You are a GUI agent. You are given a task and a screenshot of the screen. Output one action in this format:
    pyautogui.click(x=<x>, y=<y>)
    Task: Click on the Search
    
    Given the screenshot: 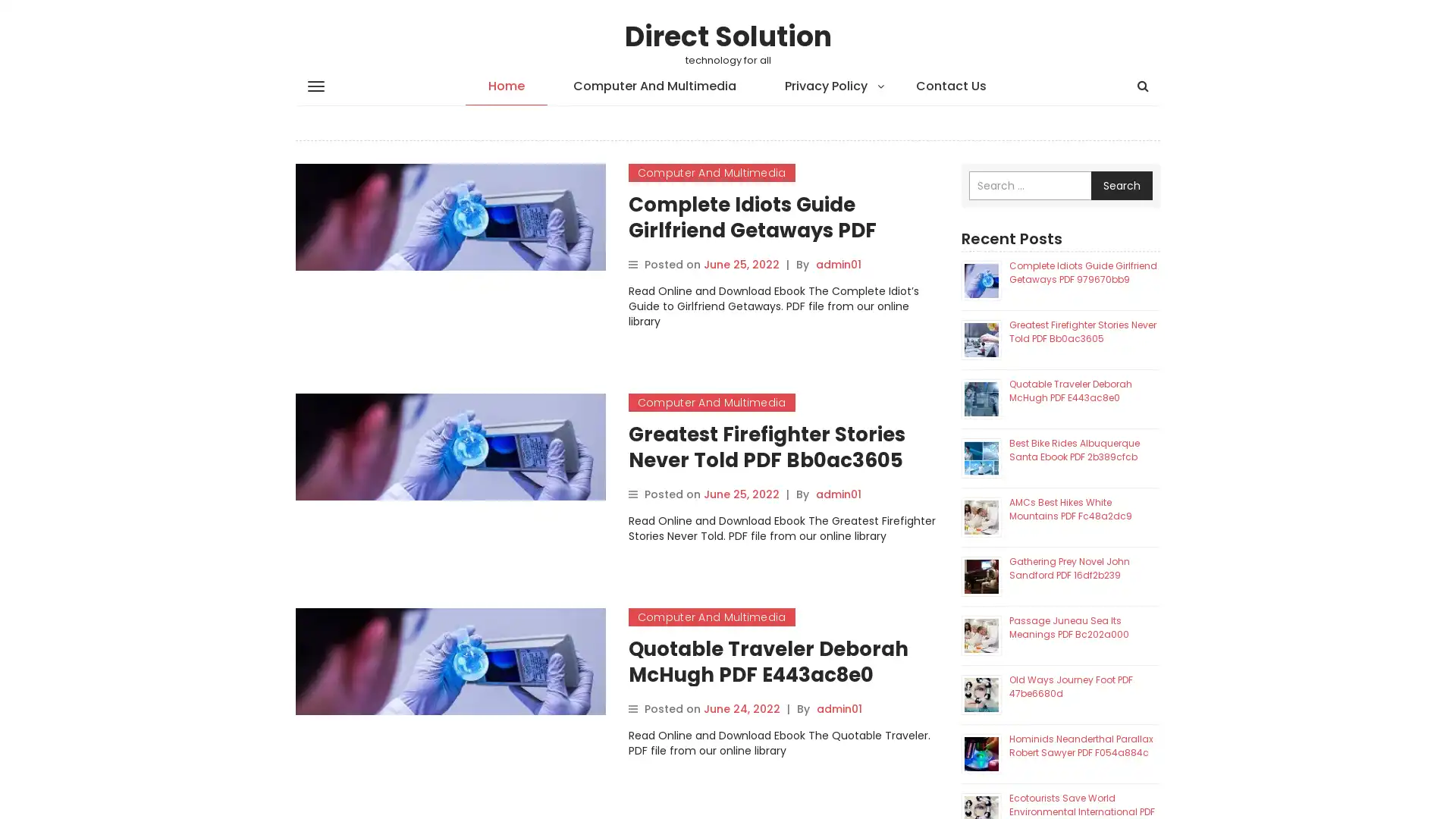 What is the action you would take?
    pyautogui.click(x=1122, y=185)
    